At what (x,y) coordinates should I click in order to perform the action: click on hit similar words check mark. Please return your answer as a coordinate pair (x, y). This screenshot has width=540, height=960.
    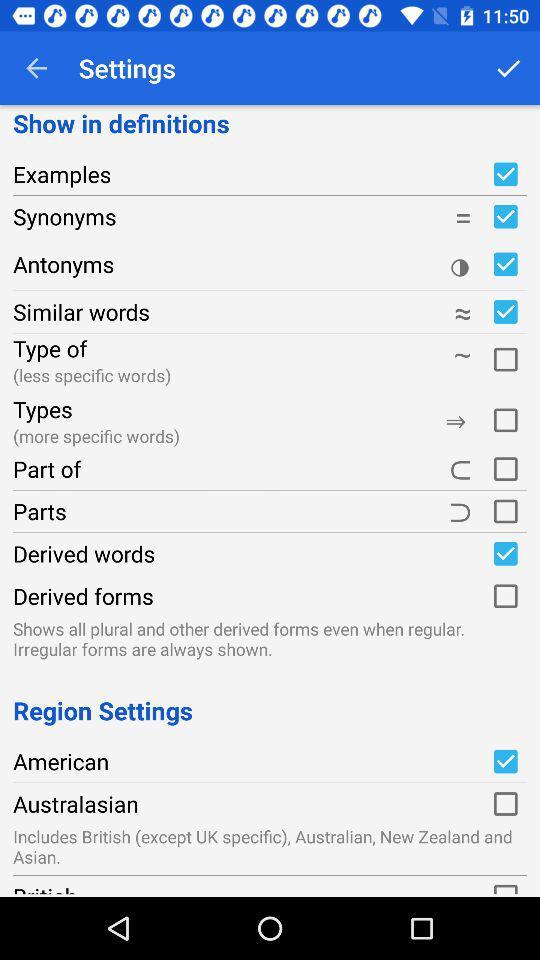
    Looking at the image, I should click on (504, 312).